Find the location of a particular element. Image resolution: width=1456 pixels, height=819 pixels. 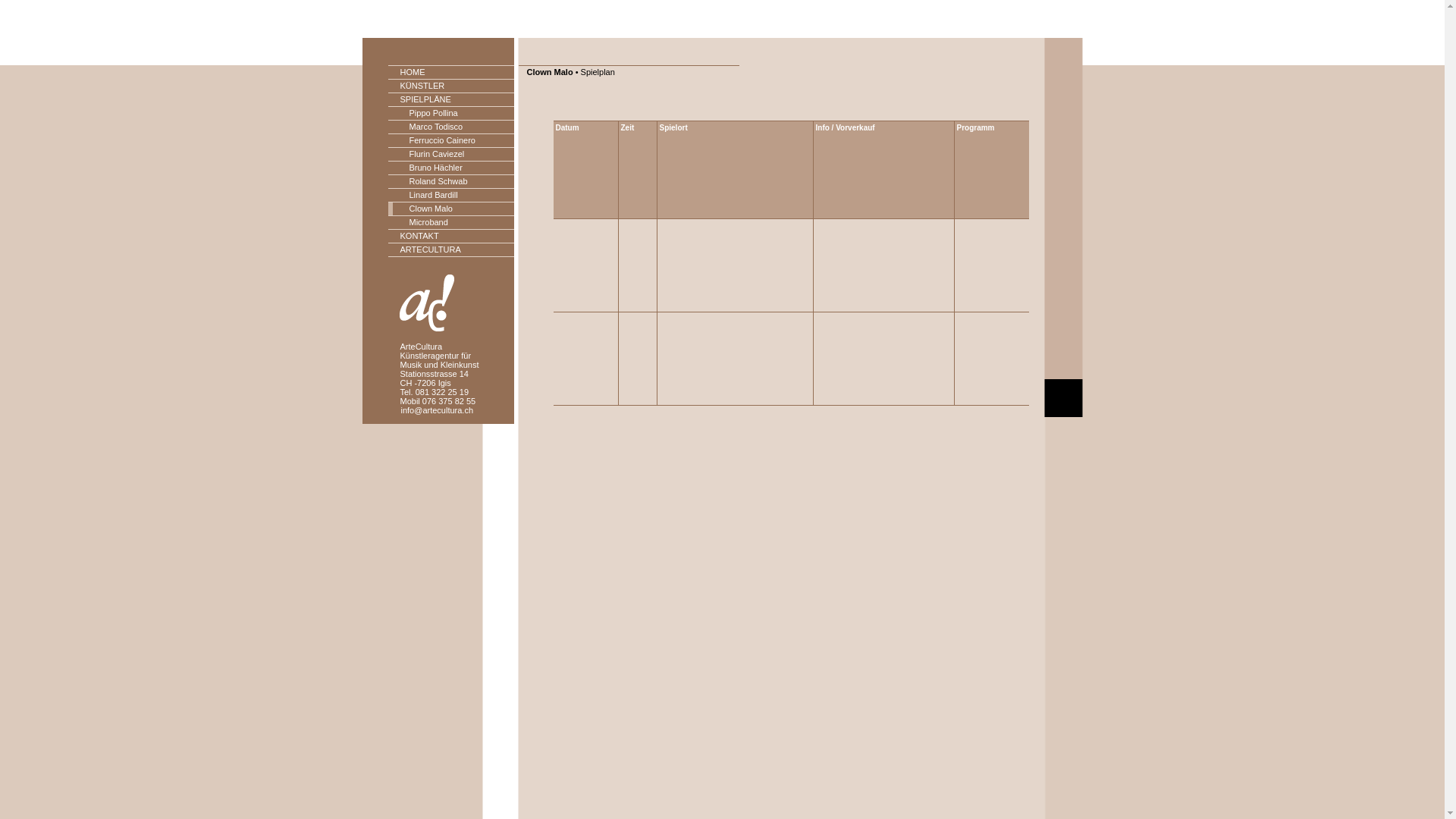

'Ferruccio Cainero' is located at coordinates (450, 140).